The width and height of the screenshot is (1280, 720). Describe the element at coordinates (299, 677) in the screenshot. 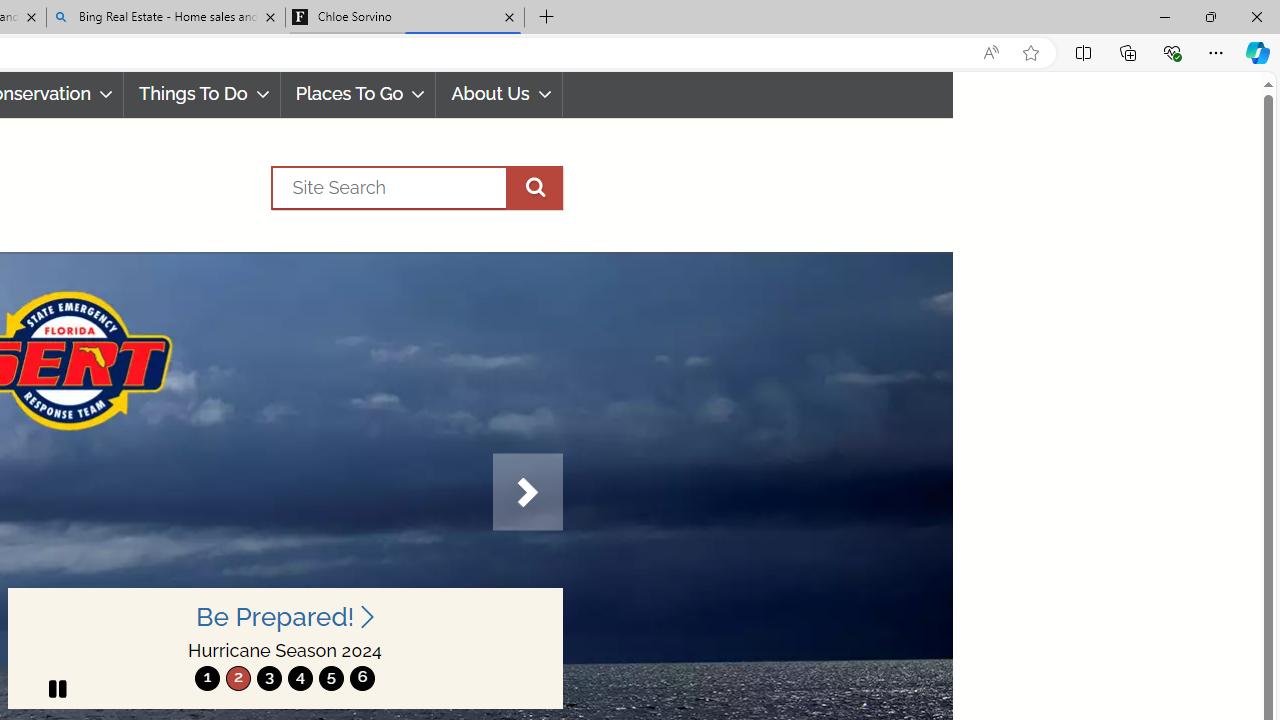

I see `'move to slide 4'` at that location.